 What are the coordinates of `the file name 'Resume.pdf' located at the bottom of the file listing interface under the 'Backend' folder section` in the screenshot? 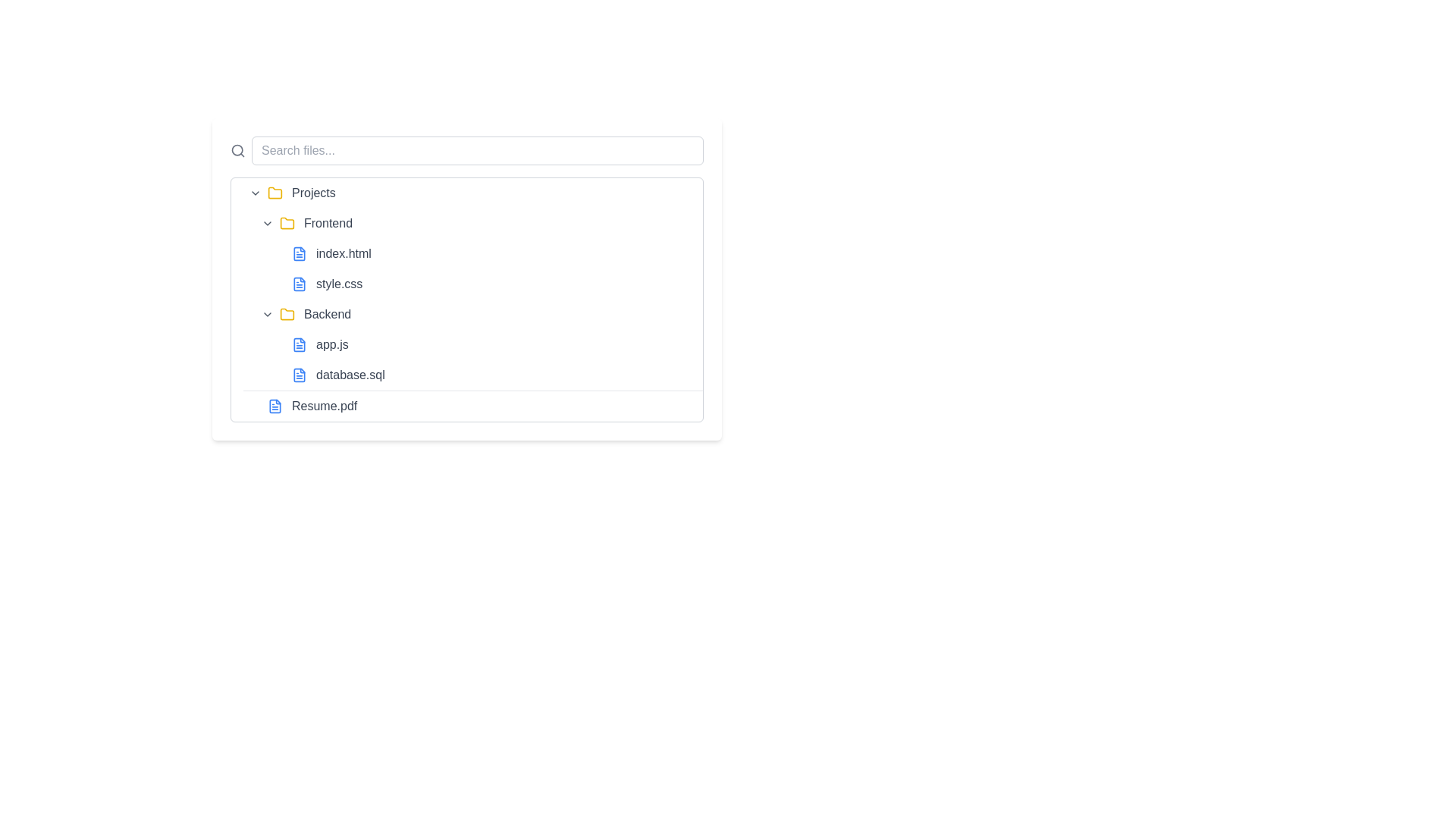 It's located at (323, 406).